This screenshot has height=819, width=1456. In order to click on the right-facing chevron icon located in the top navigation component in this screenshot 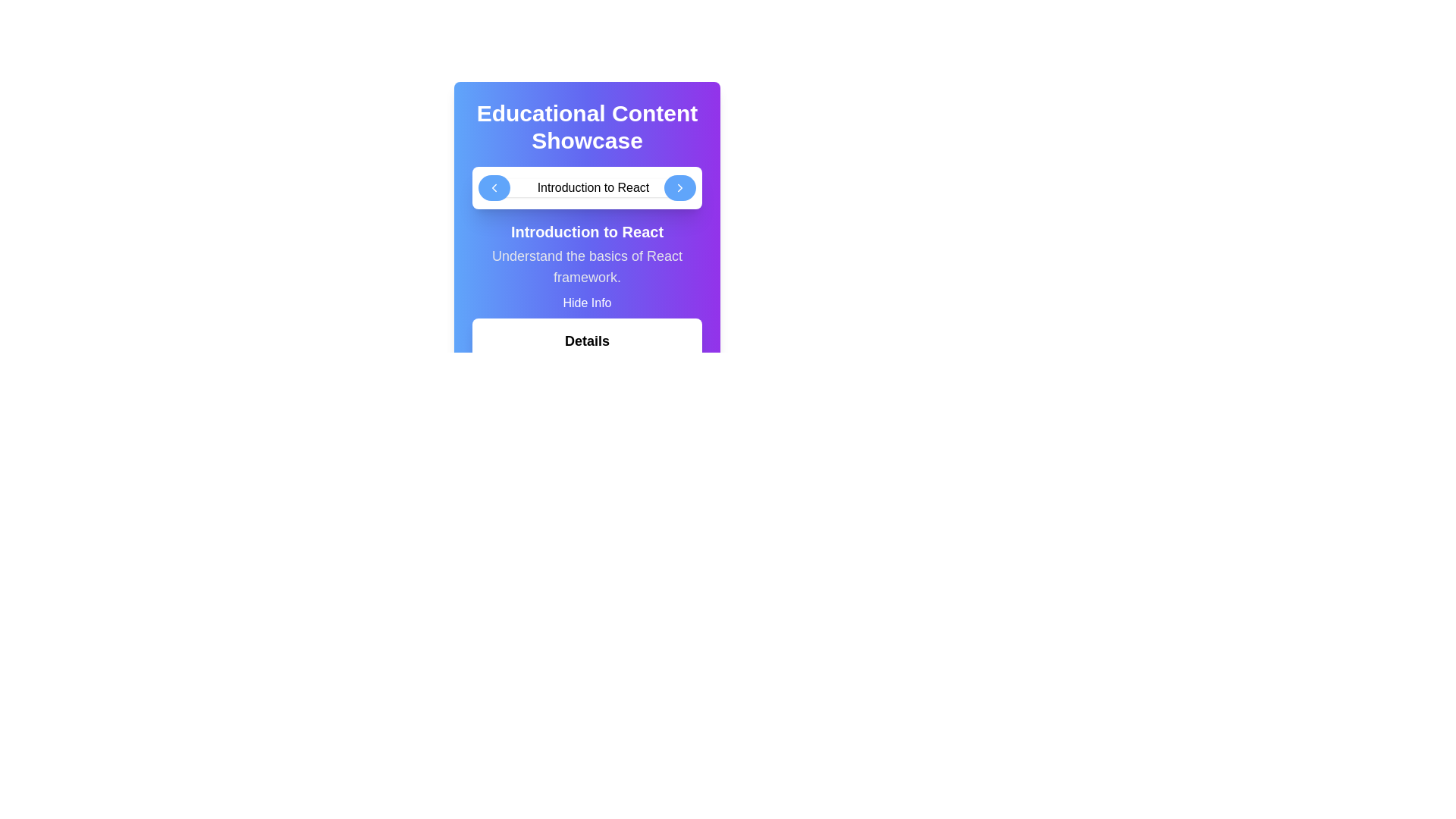, I will do `click(679, 187)`.